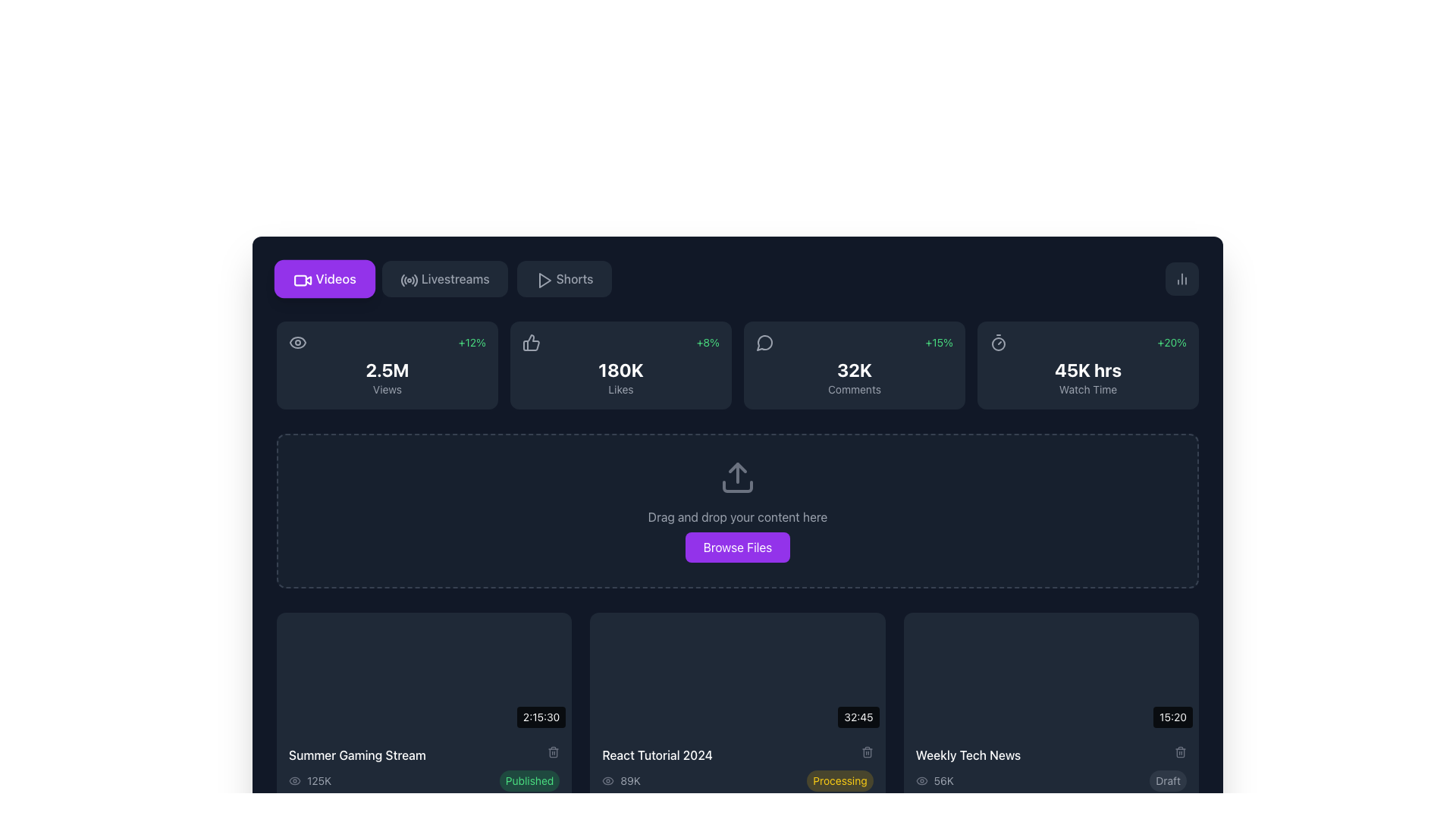 This screenshot has height=819, width=1456. What do you see at coordinates (454, 278) in the screenshot?
I see `the 'Livestreams' text label located within the navigation button, positioned between 'Videos' and 'Shorts' options, indicating its purpose to navigate to the 'Livestreams' section` at bounding box center [454, 278].